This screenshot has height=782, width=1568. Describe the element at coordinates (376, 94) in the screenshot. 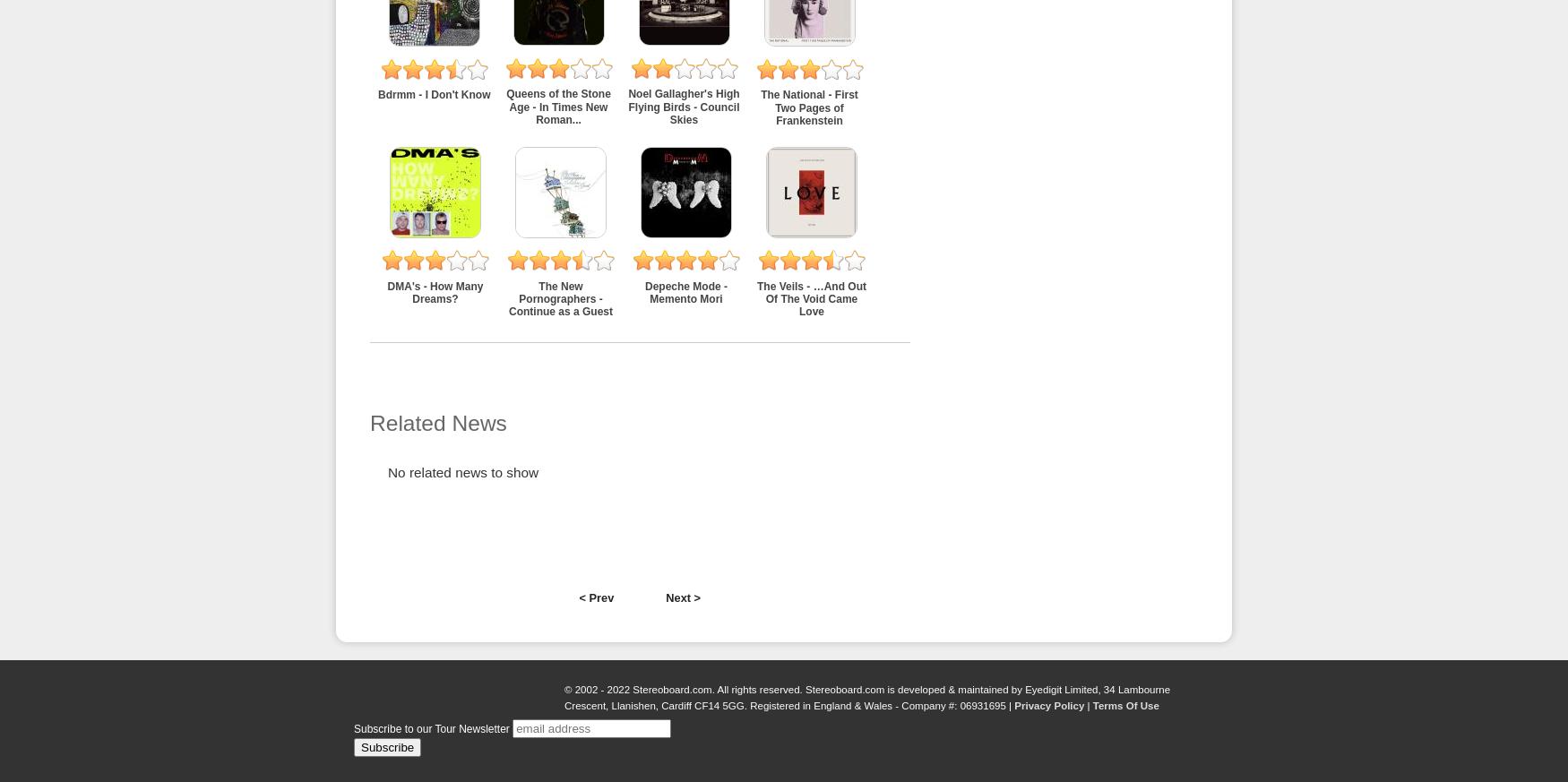

I see `'Bdrmm - I Don't Know'` at that location.